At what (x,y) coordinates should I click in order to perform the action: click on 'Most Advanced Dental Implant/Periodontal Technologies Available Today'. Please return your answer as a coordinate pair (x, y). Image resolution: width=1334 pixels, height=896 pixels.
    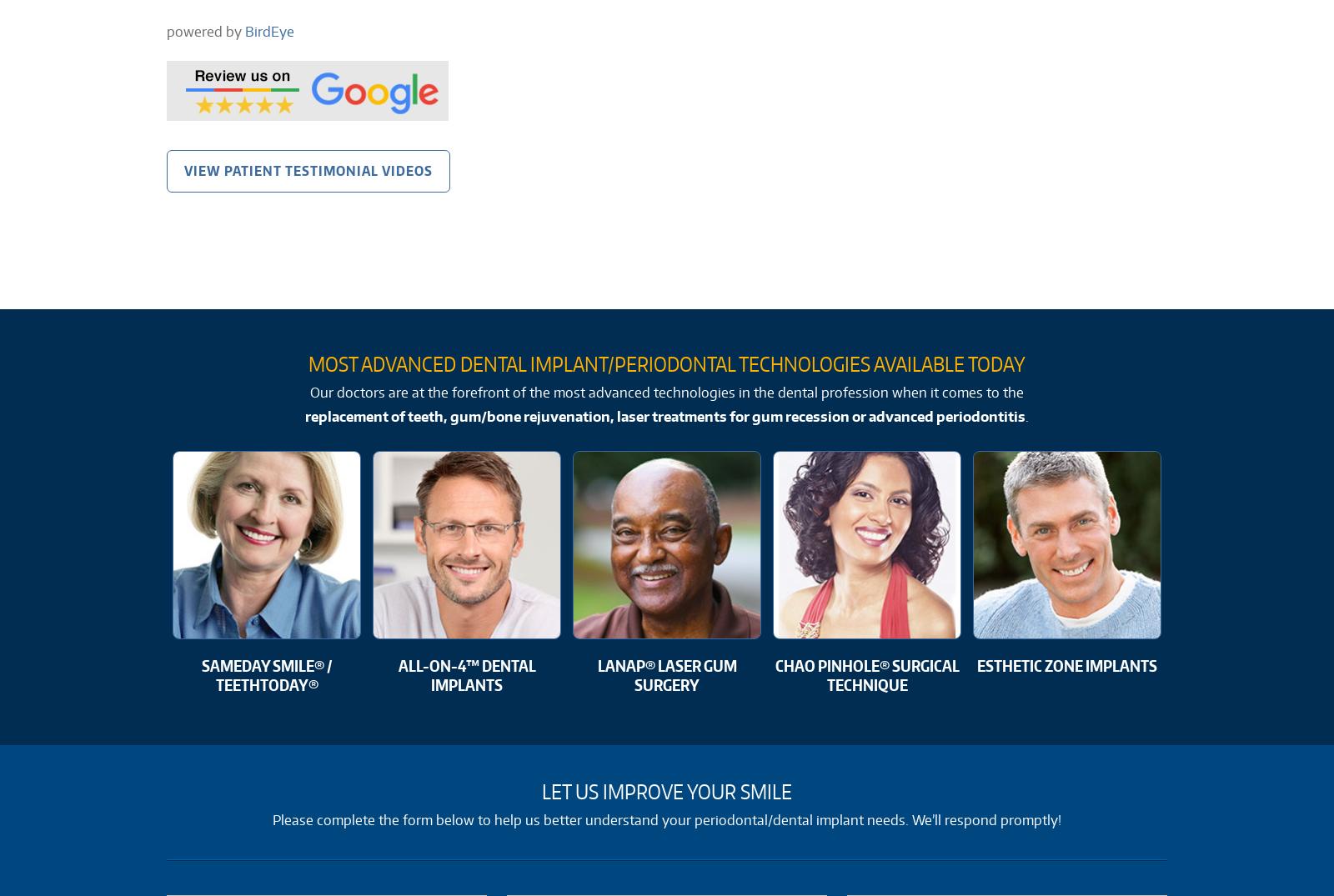
    Looking at the image, I should click on (667, 363).